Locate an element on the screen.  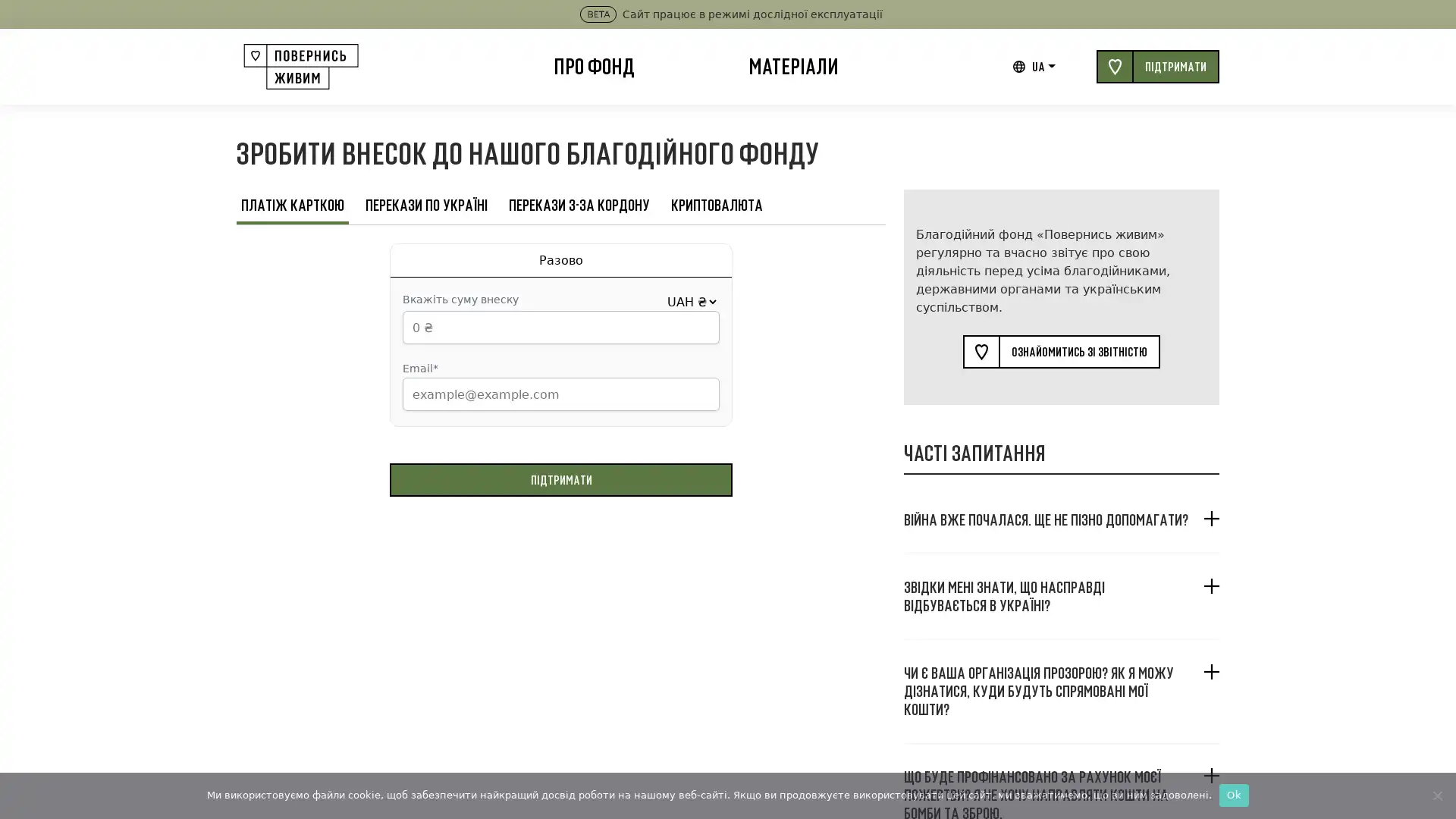
.    ? is located at coordinates (1061, 519).